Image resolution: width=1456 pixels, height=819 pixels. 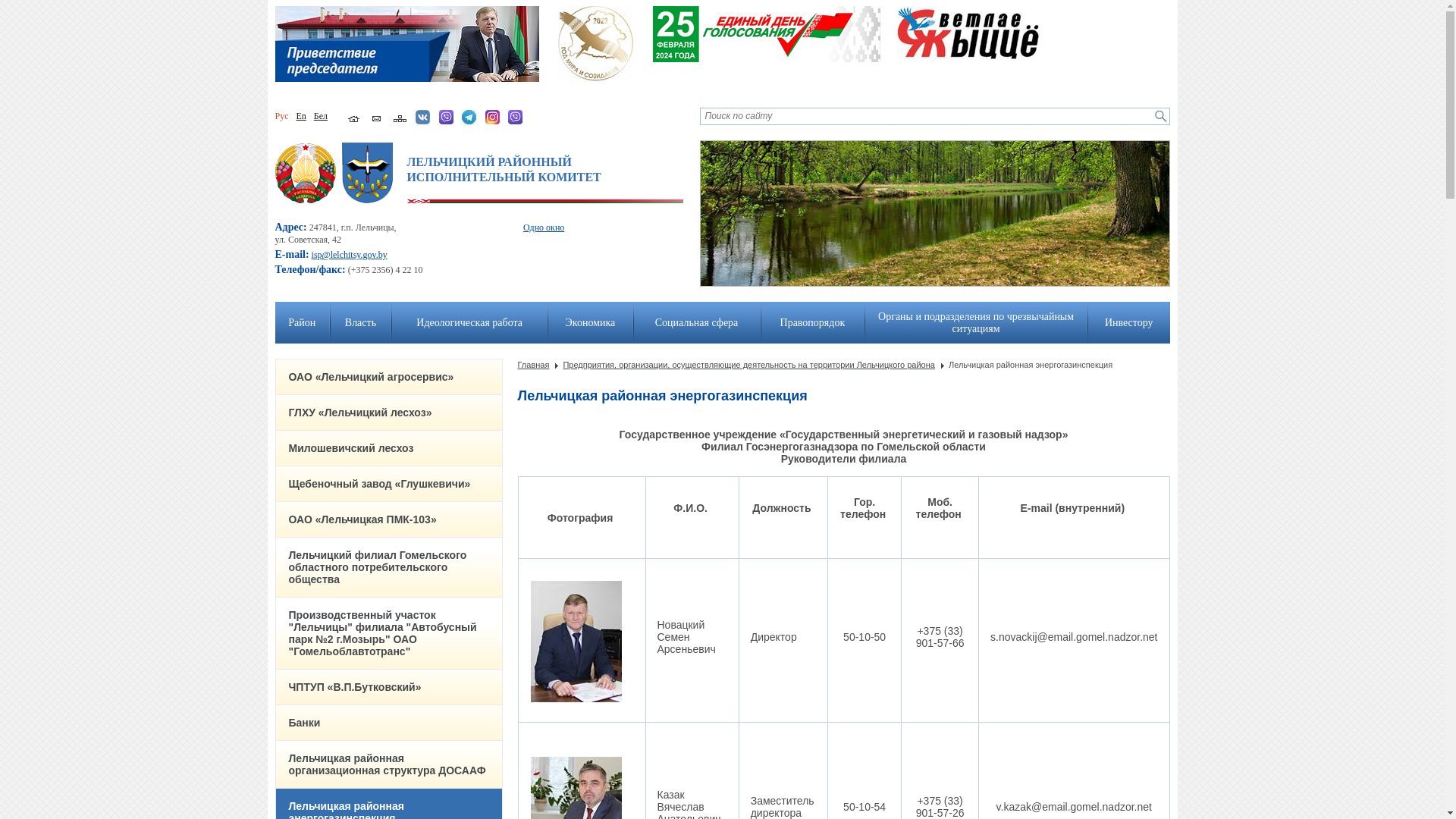 I want to click on 'isp@lelchitsy.gov.by', so click(x=348, y=253).